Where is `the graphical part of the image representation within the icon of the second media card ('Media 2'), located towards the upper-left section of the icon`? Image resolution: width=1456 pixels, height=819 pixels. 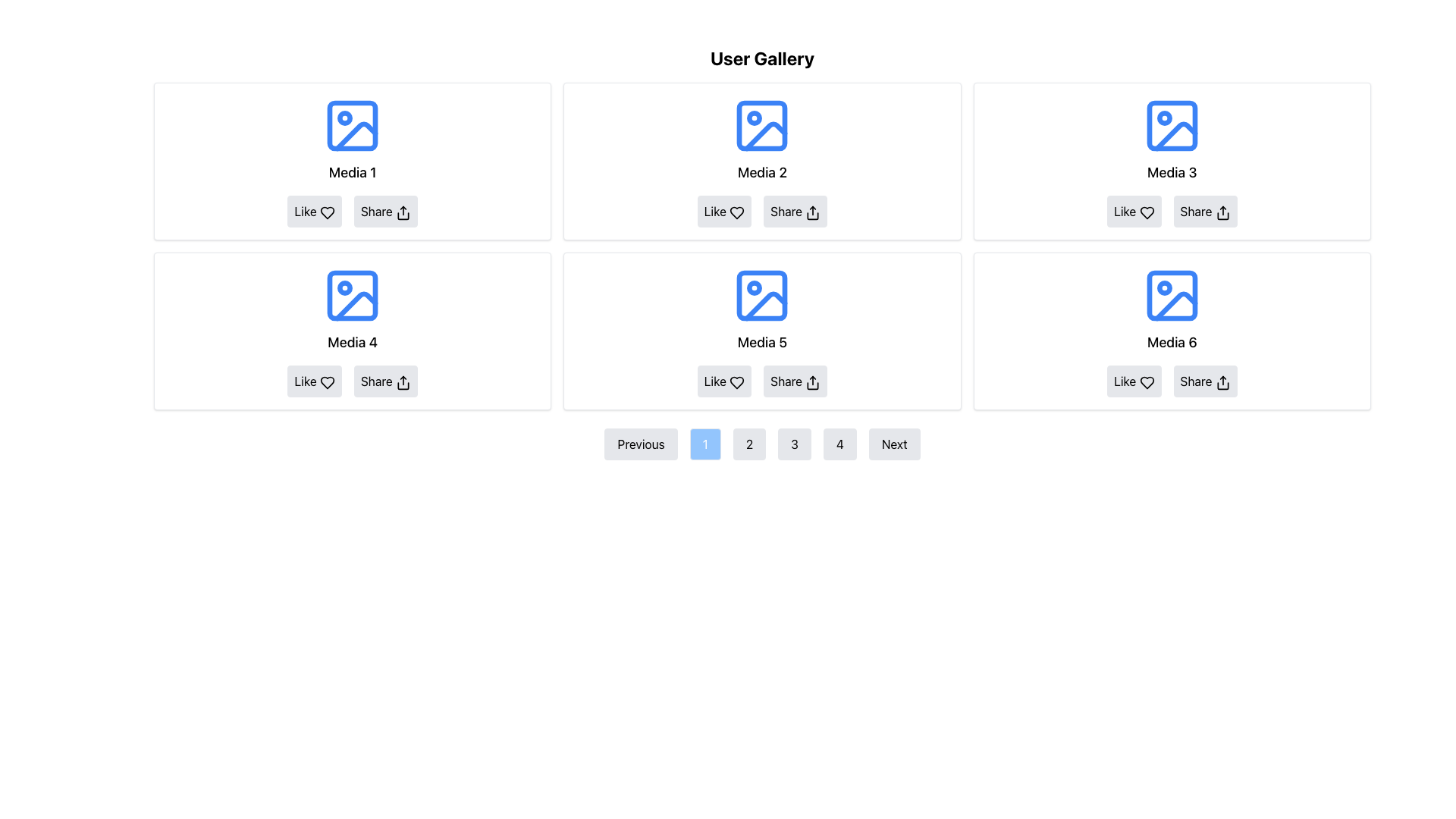
the graphical part of the image representation within the icon of the second media card ('Media 2'), located towards the upper-left section of the icon is located at coordinates (762, 124).